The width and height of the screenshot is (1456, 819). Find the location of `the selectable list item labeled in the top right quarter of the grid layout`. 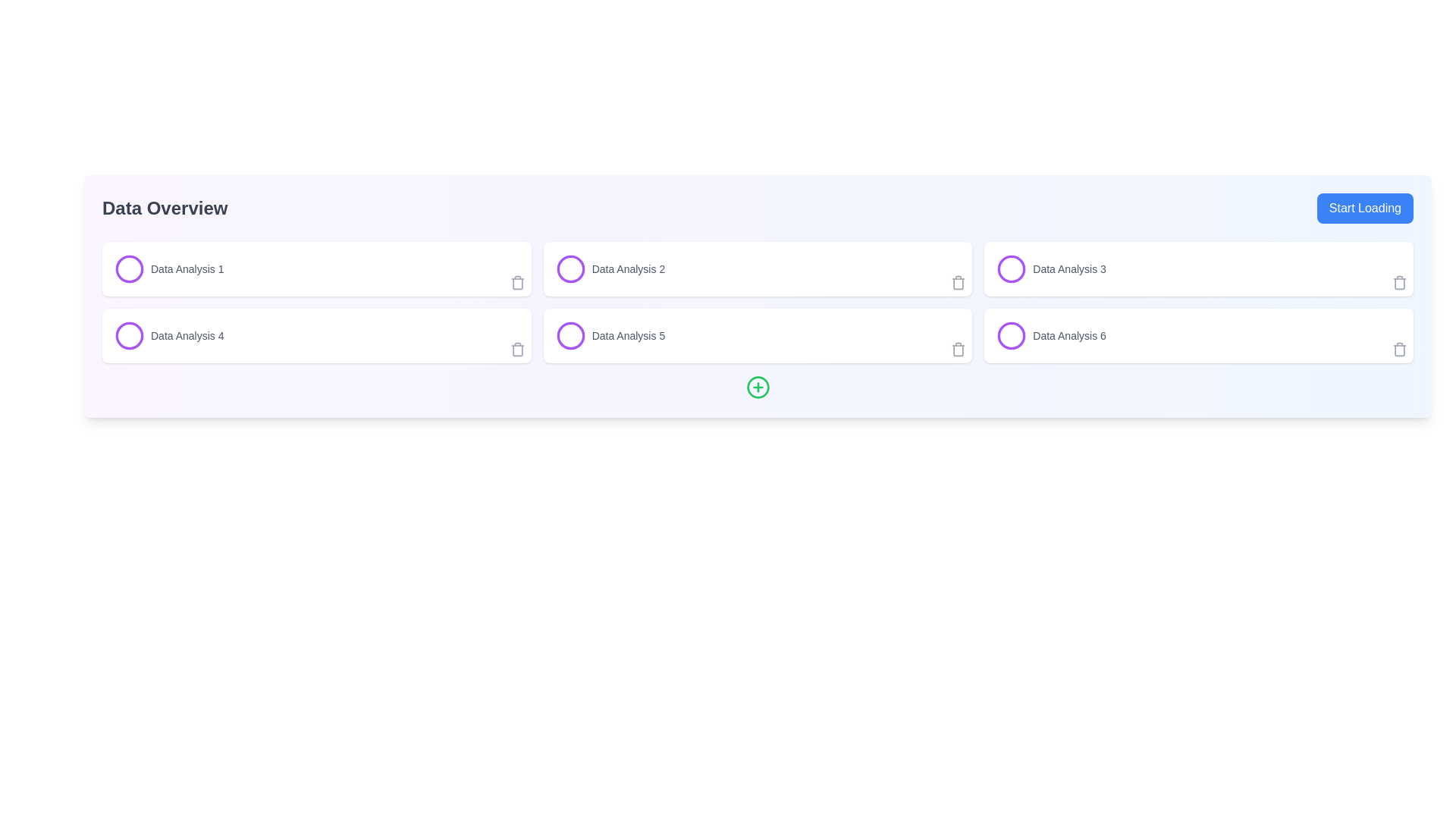

the selectable list item labeled in the top right quarter of the grid layout is located at coordinates (1050, 268).